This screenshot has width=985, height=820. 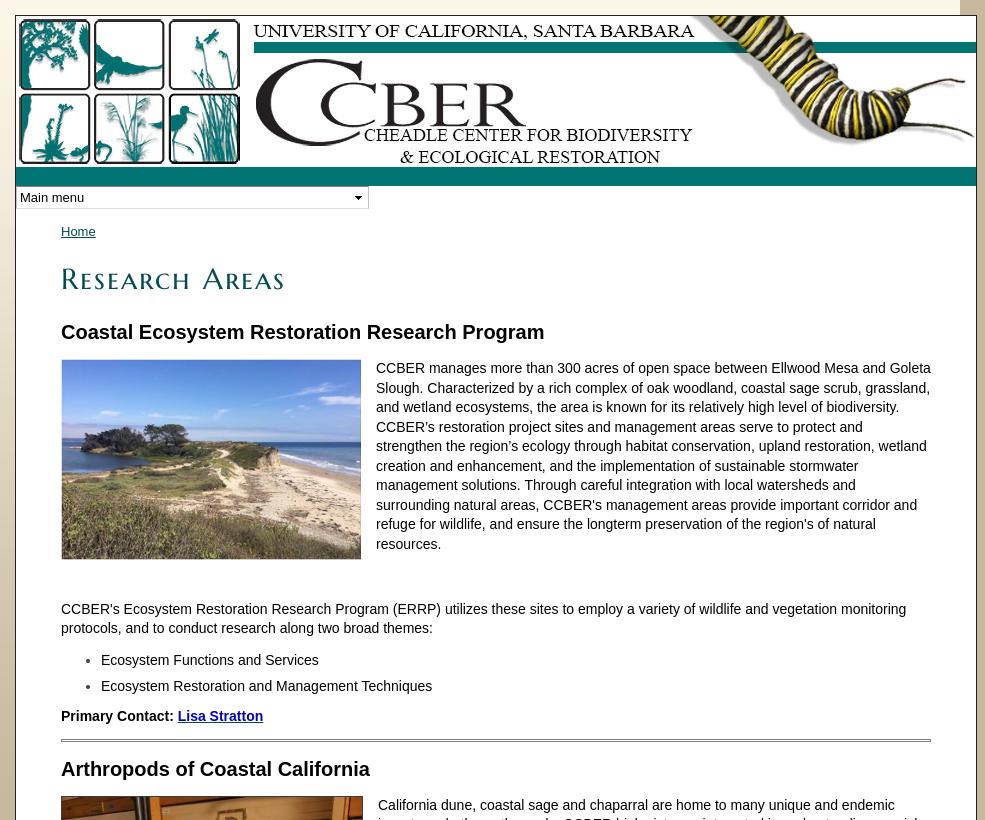 I want to click on 'CCBER's Ecosystem Restoration Research Program (ERRP) utilizes these sites to employ a variety of wildlife and vegetation monitoring protocols, and to conduct research along two broad themes:', so click(x=482, y=617).